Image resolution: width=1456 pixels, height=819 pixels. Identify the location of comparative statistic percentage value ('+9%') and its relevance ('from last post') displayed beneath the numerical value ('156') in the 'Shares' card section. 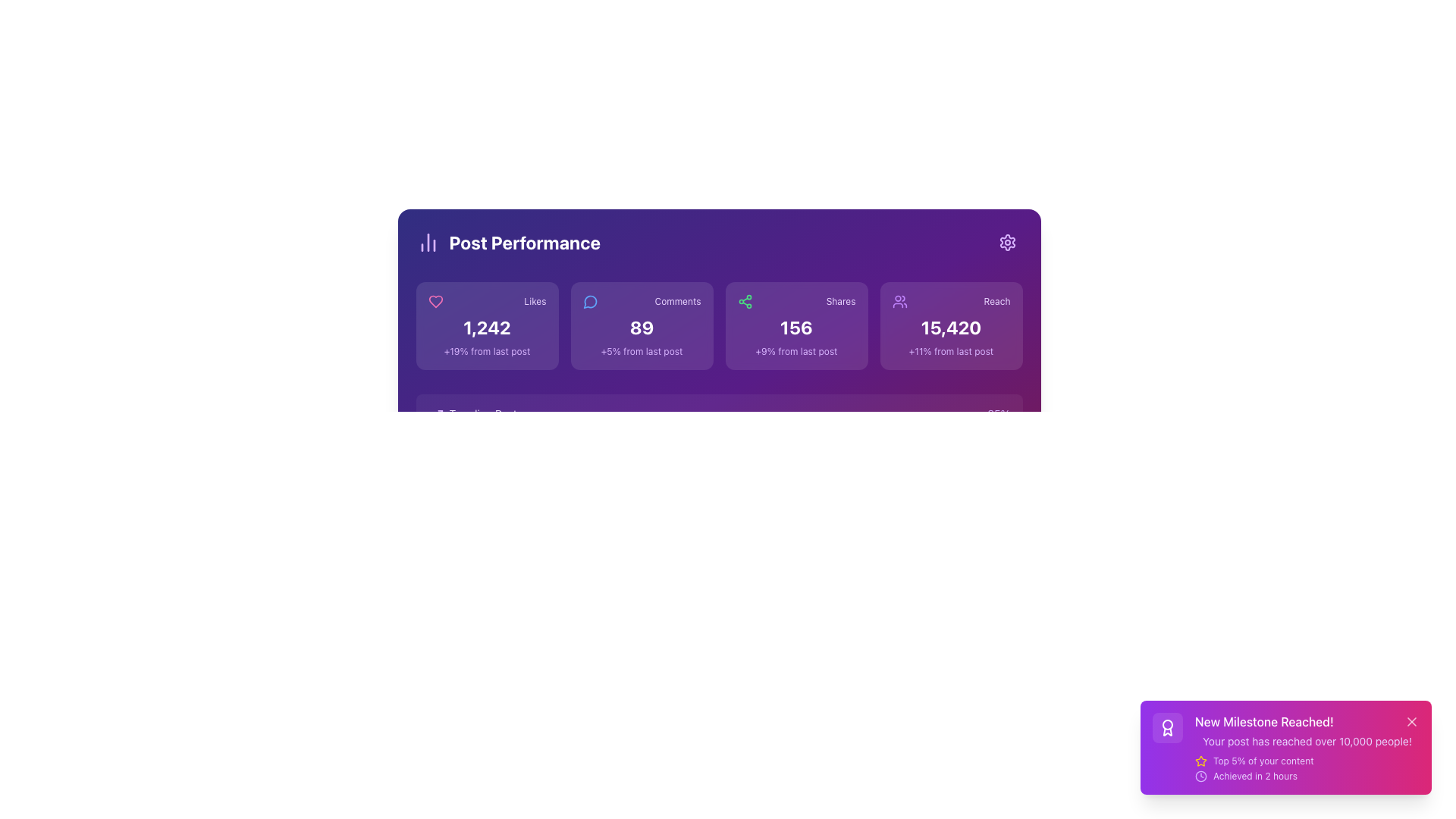
(795, 351).